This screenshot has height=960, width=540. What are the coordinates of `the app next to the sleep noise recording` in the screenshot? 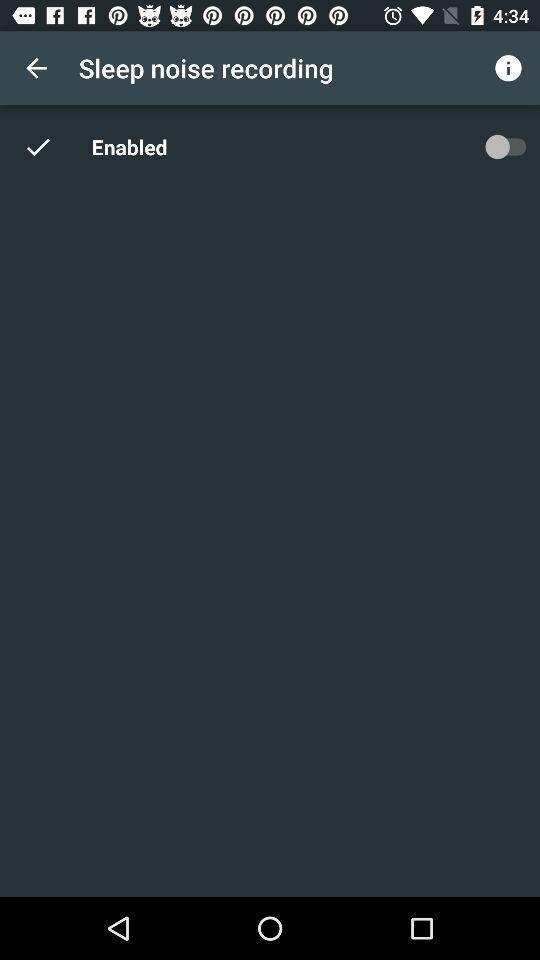 It's located at (36, 68).